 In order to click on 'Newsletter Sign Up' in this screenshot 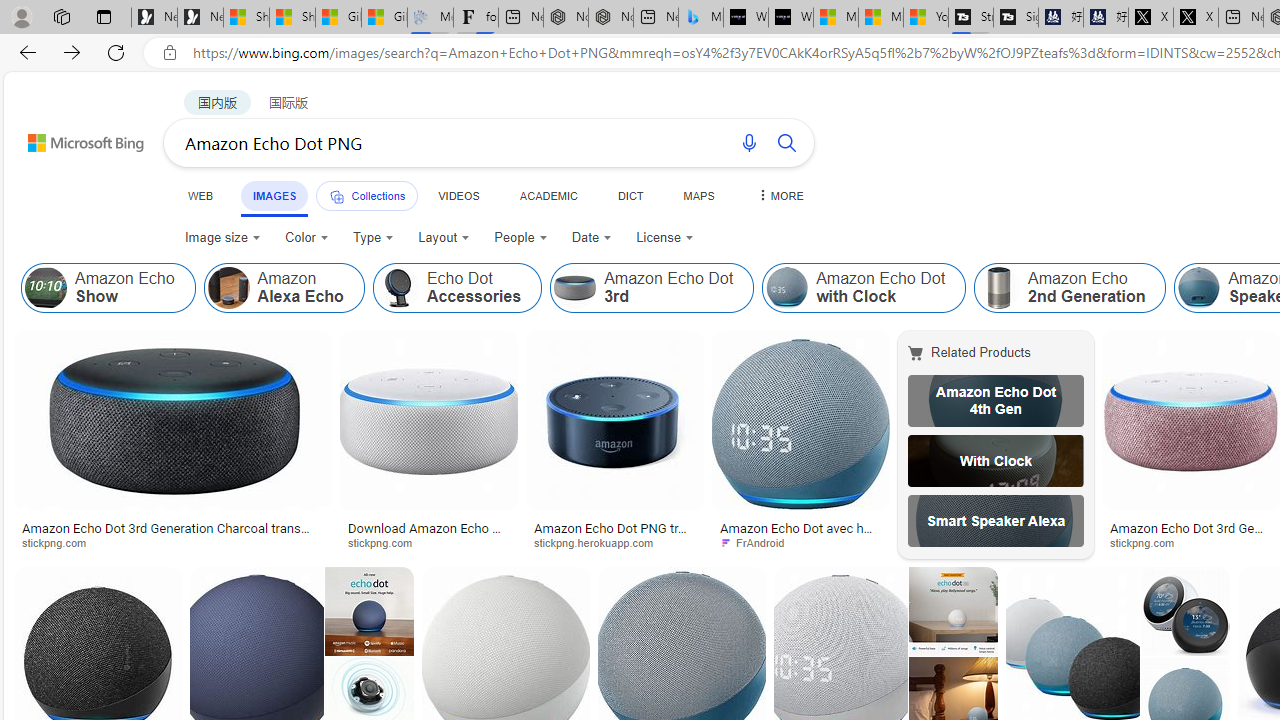, I will do `click(200, 17)`.